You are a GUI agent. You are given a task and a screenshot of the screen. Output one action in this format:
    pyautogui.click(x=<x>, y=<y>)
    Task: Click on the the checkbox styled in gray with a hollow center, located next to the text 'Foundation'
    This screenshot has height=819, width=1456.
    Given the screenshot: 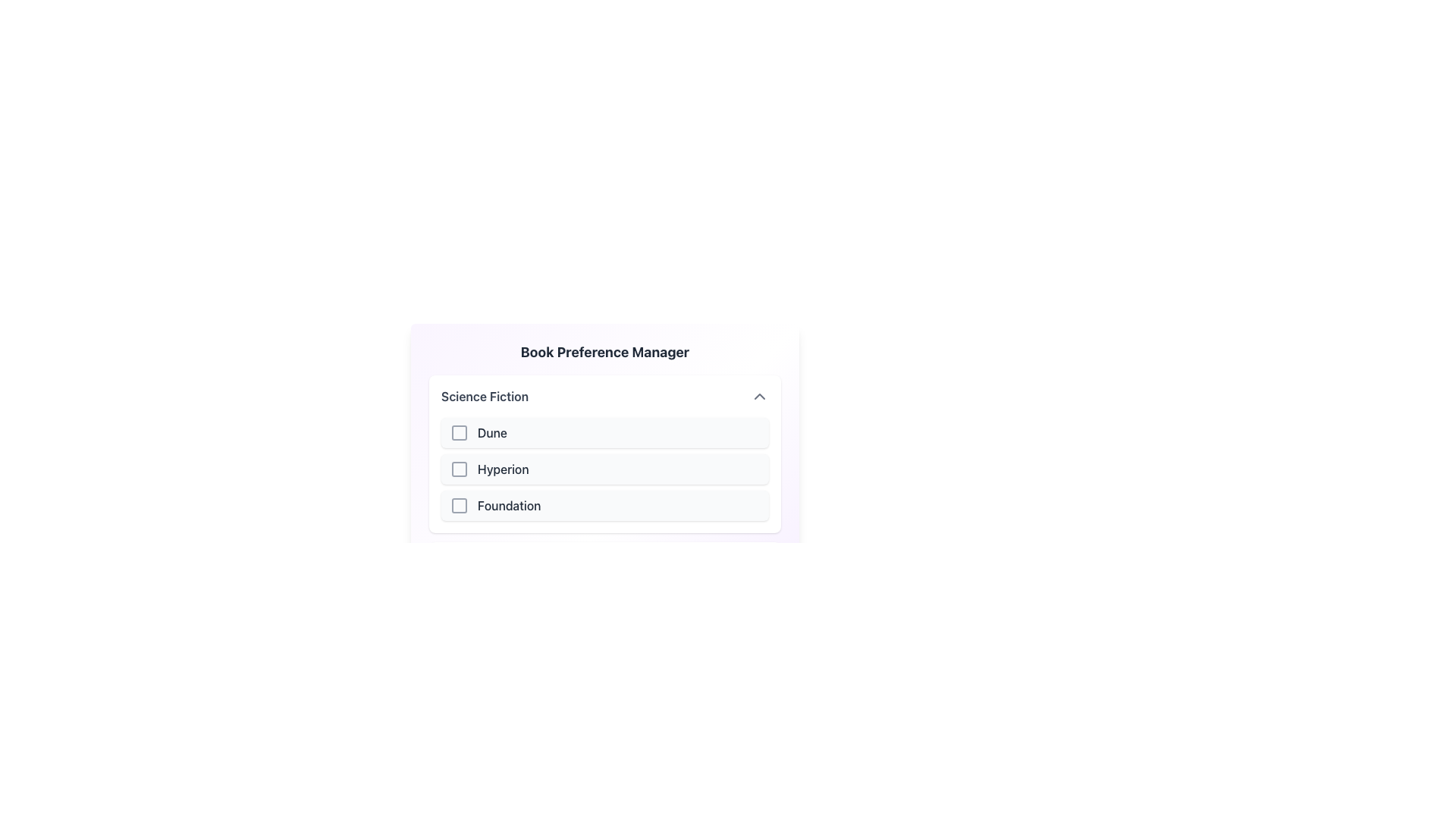 What is the action you would take?
    pyautogui.click(x=458, y=506)
    